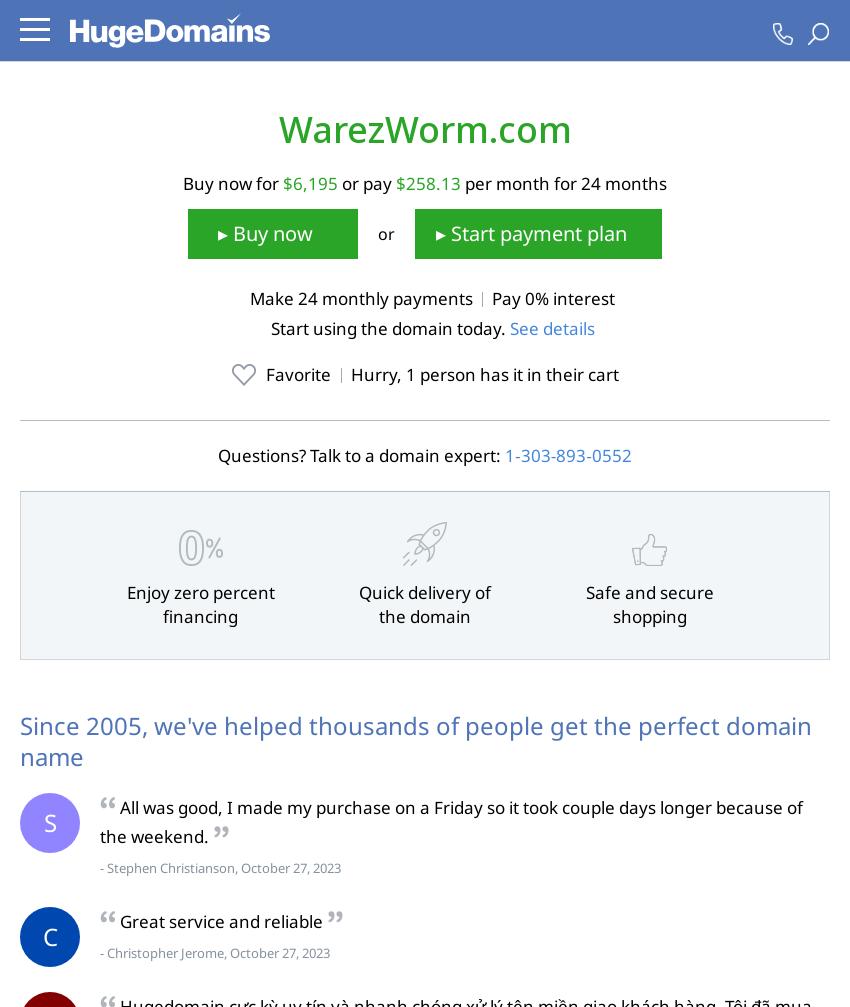 This screenshot has height=1007, width=850. Describe the element at coordinates (360, 455) in the screenshot. I see `'Questions? Talk to a domain expert:'` at that location.